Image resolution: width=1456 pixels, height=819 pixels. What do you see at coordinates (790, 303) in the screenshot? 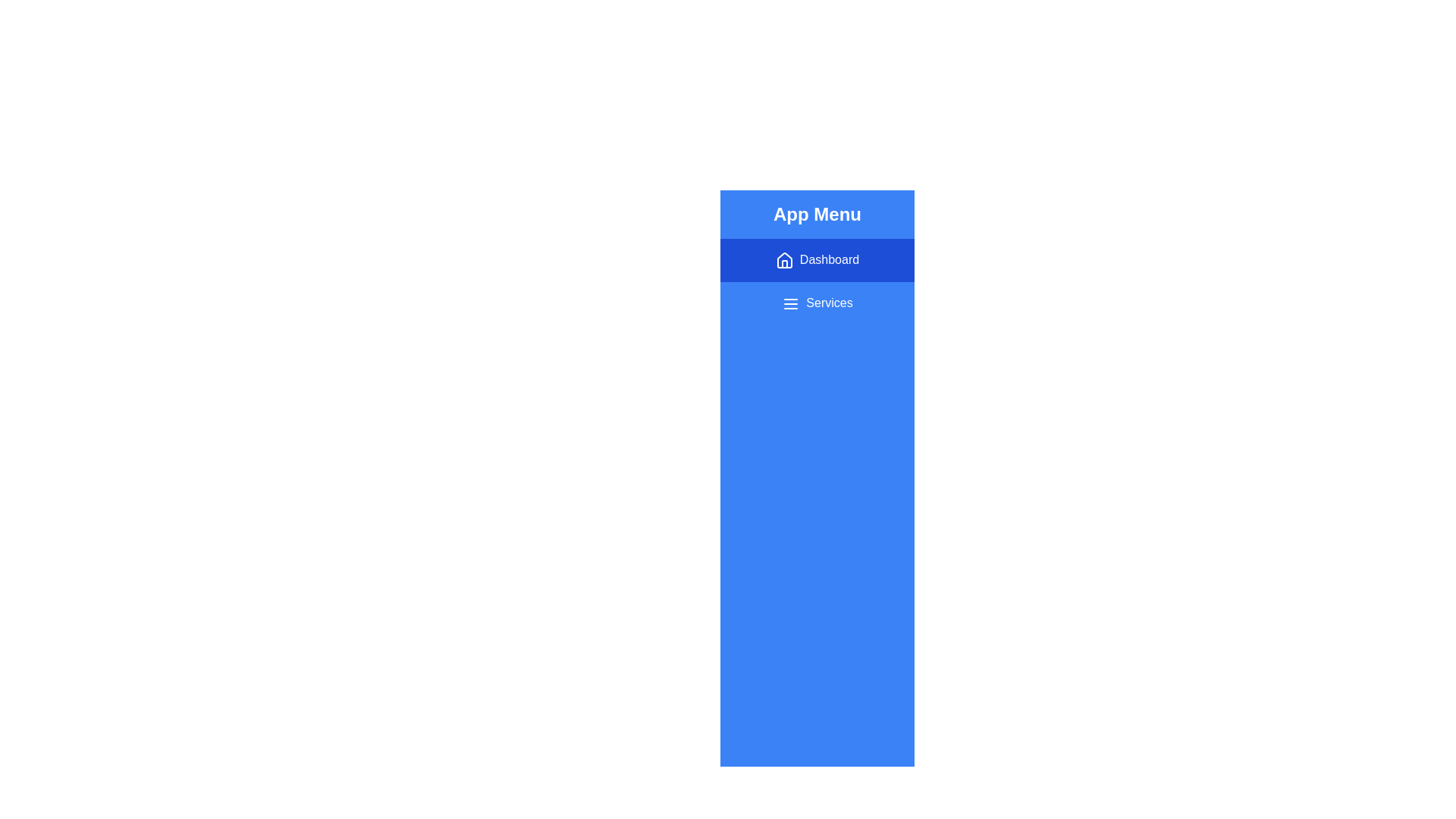
I see `the hamburger menu icon located to the left of the 'Services' text label in the vertical navigation menu` at bounding box center [790, 303].